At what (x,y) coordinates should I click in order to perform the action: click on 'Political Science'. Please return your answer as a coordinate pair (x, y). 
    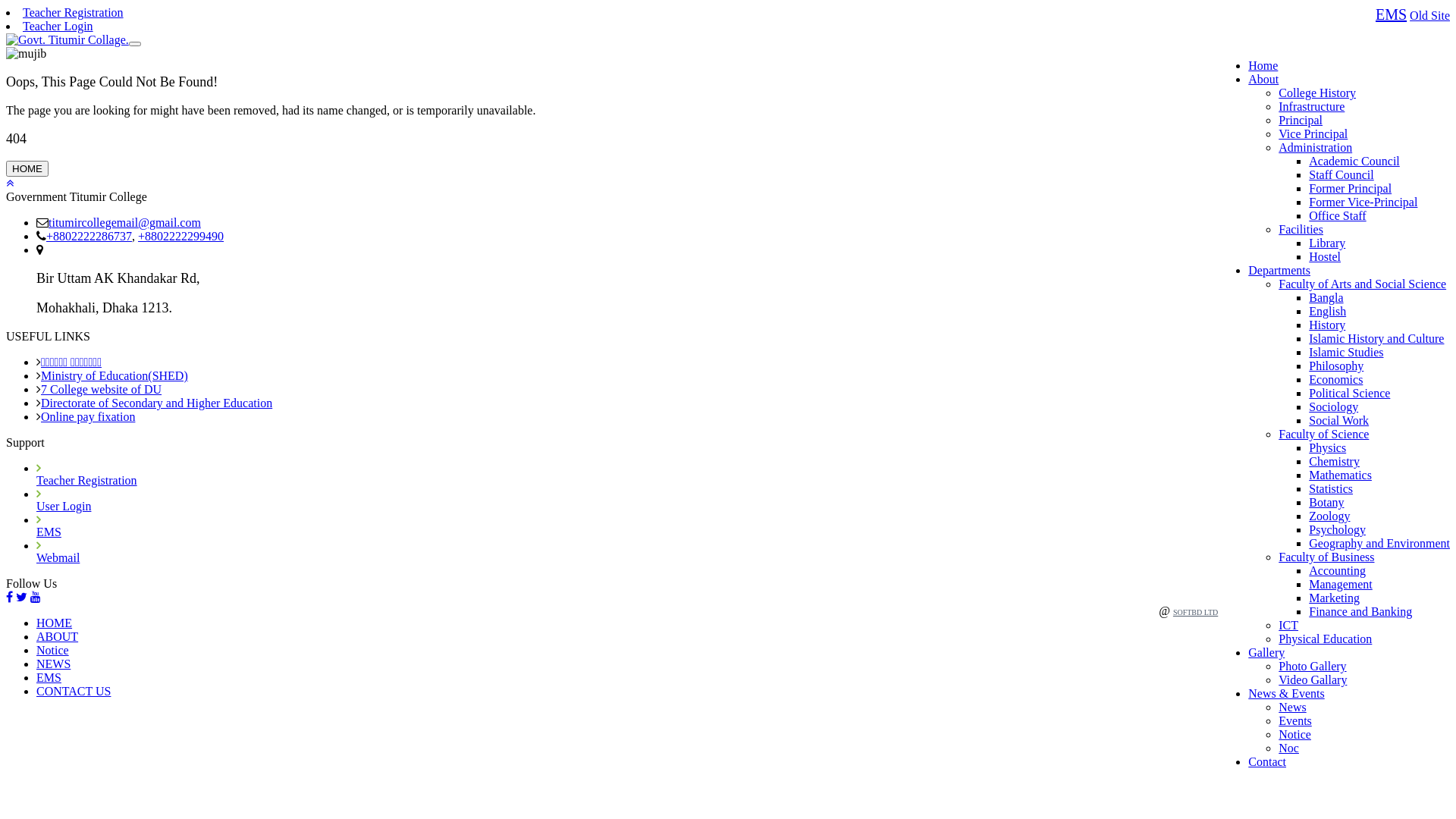
    Looking at the image, I should click on (1349, 392).